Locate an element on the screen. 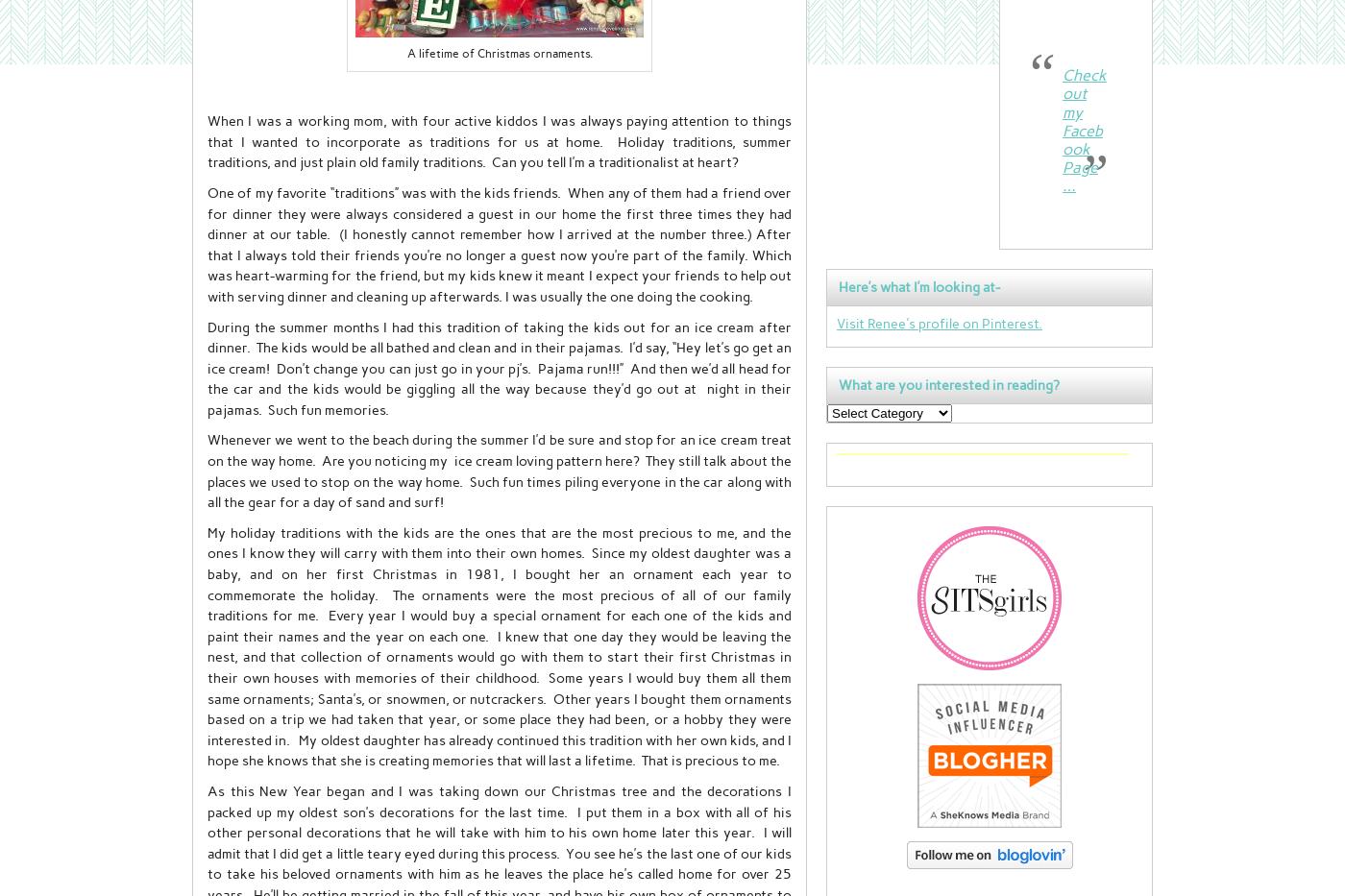  'When I was a working mom, with four active kiddos I was always paying attention to things that I wanted to incorporate as traditions for us at home.  Holiday traditions, summer traditions, and just plain old family traditions.  Can you tell I’m a traditionalist at heart?' is located at coordinates (499, 140).